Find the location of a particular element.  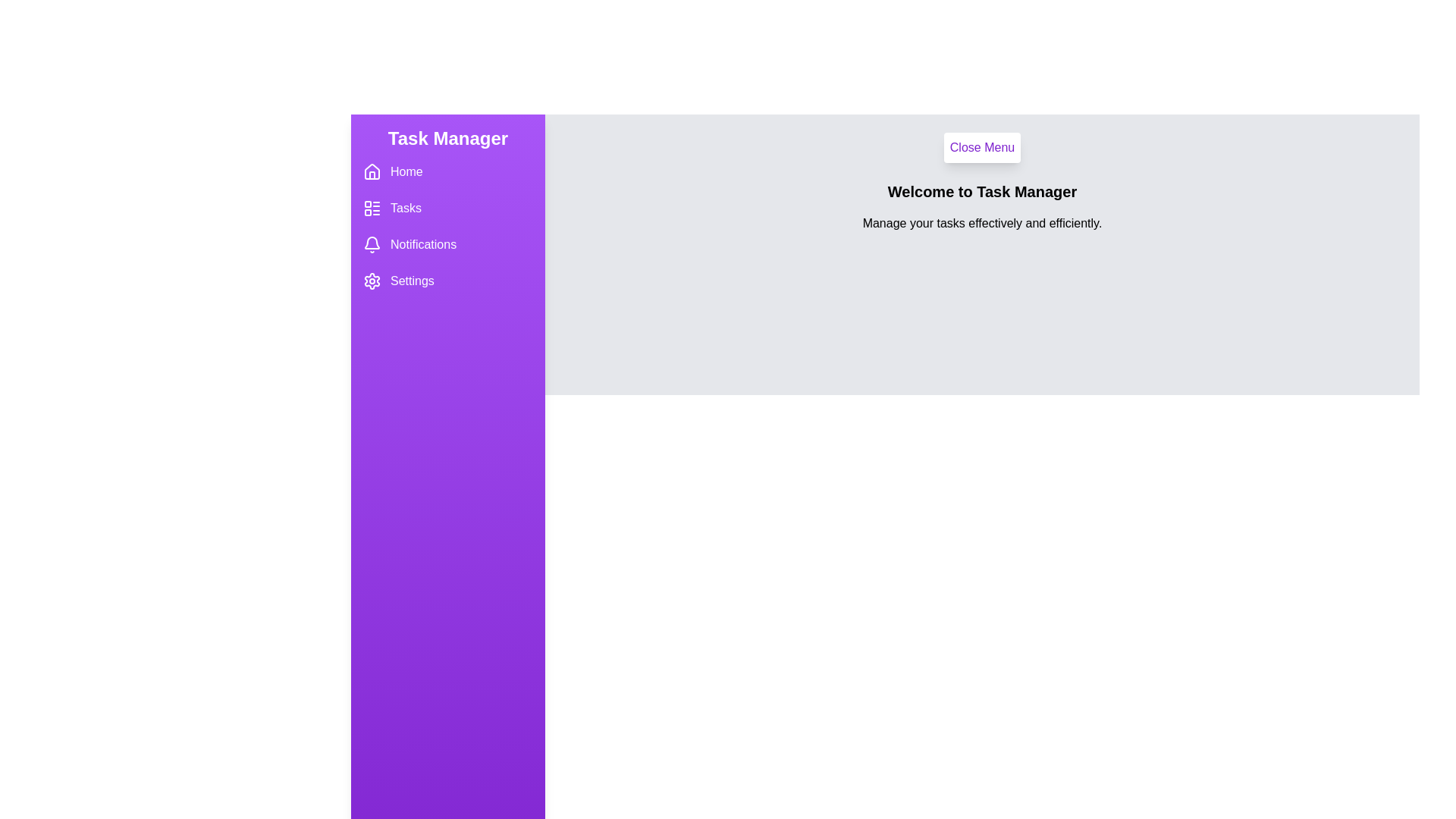

the navigation option Notifications to navigate to the respective section is located at coordinates (447, 244).